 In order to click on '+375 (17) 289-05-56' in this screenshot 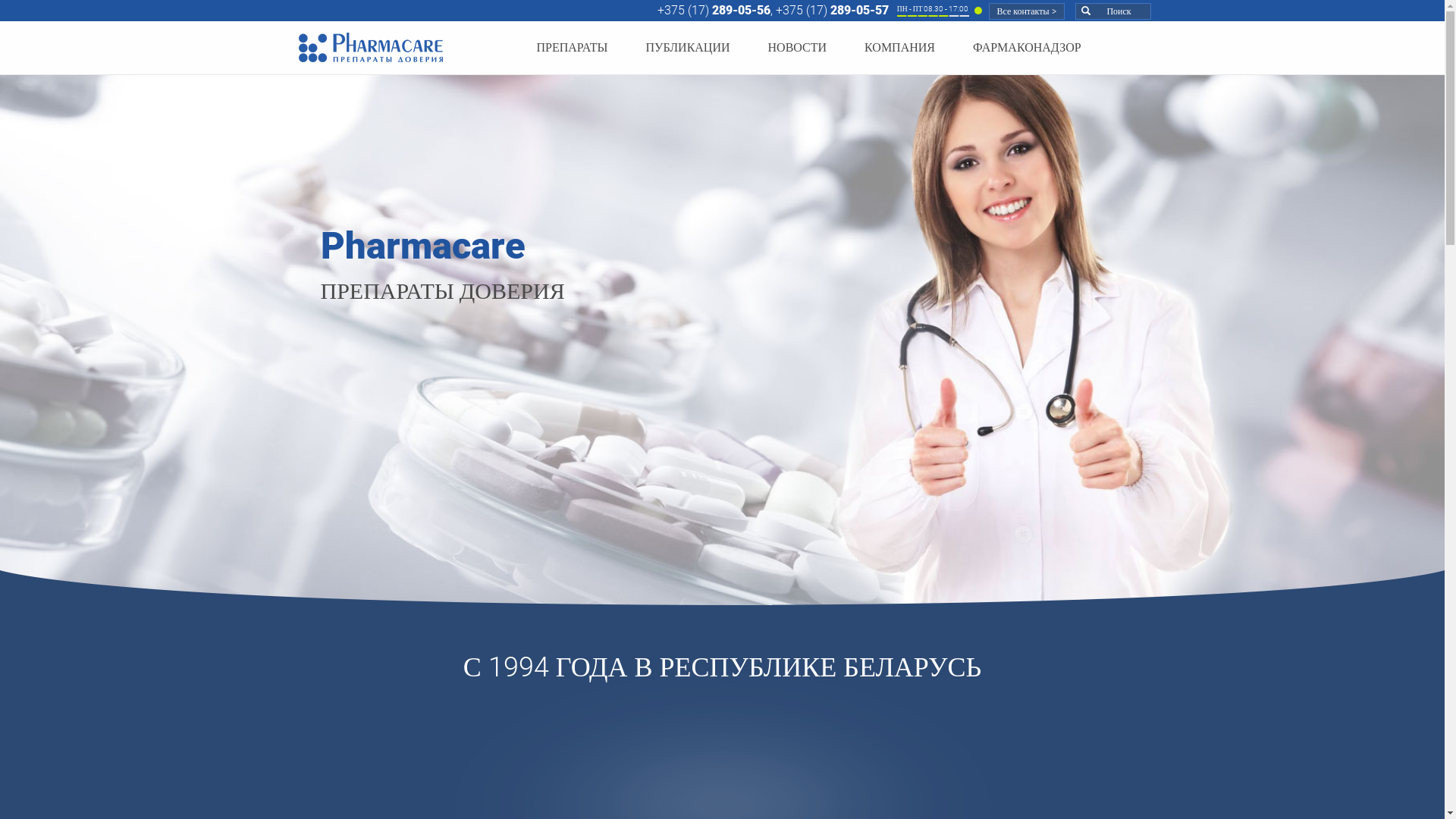, I will do `click(713, 10)`.